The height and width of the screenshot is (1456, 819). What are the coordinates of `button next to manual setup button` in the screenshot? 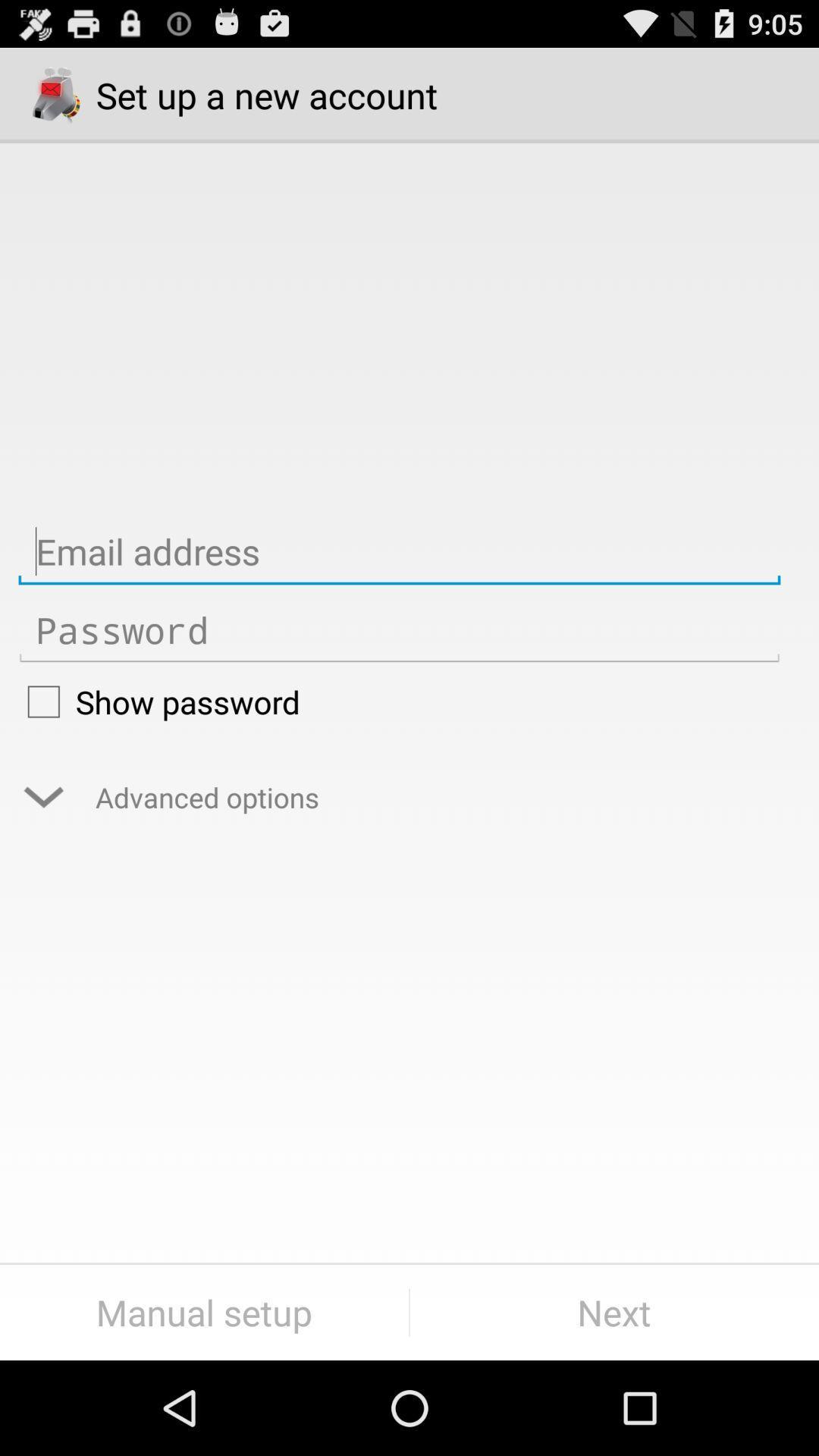 It's located at (614, 1312).